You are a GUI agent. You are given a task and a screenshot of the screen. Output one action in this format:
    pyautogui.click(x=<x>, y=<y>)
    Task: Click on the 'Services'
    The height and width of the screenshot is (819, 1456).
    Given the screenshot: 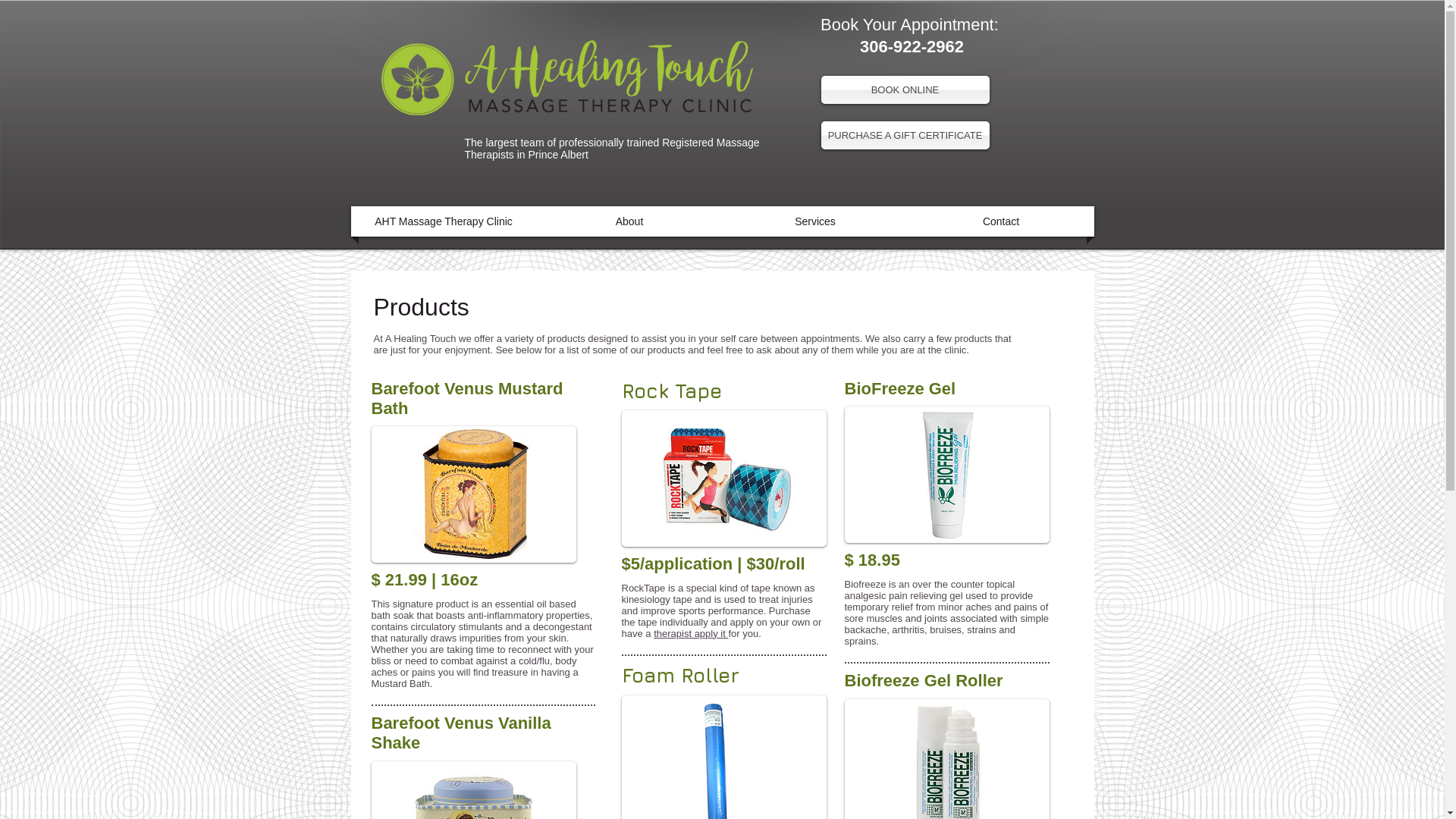 What is the action you would take?
    pyautogui.click(x=814, y=221)
    